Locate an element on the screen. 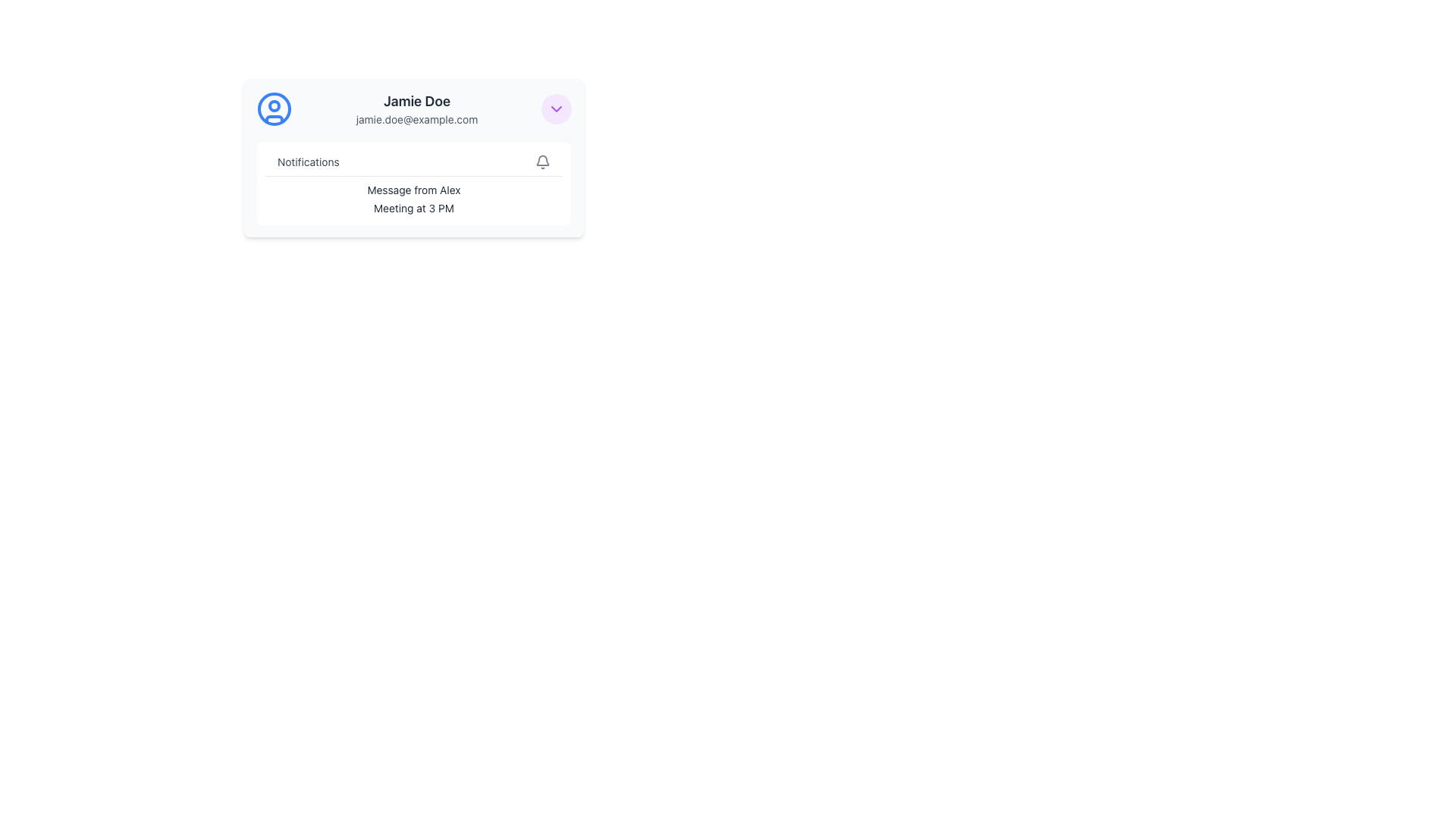 The image size is (1456, 819). the blue circular outline of the user profile icon located at the top-left corner of the user information card is located at coordinates (274, 108).